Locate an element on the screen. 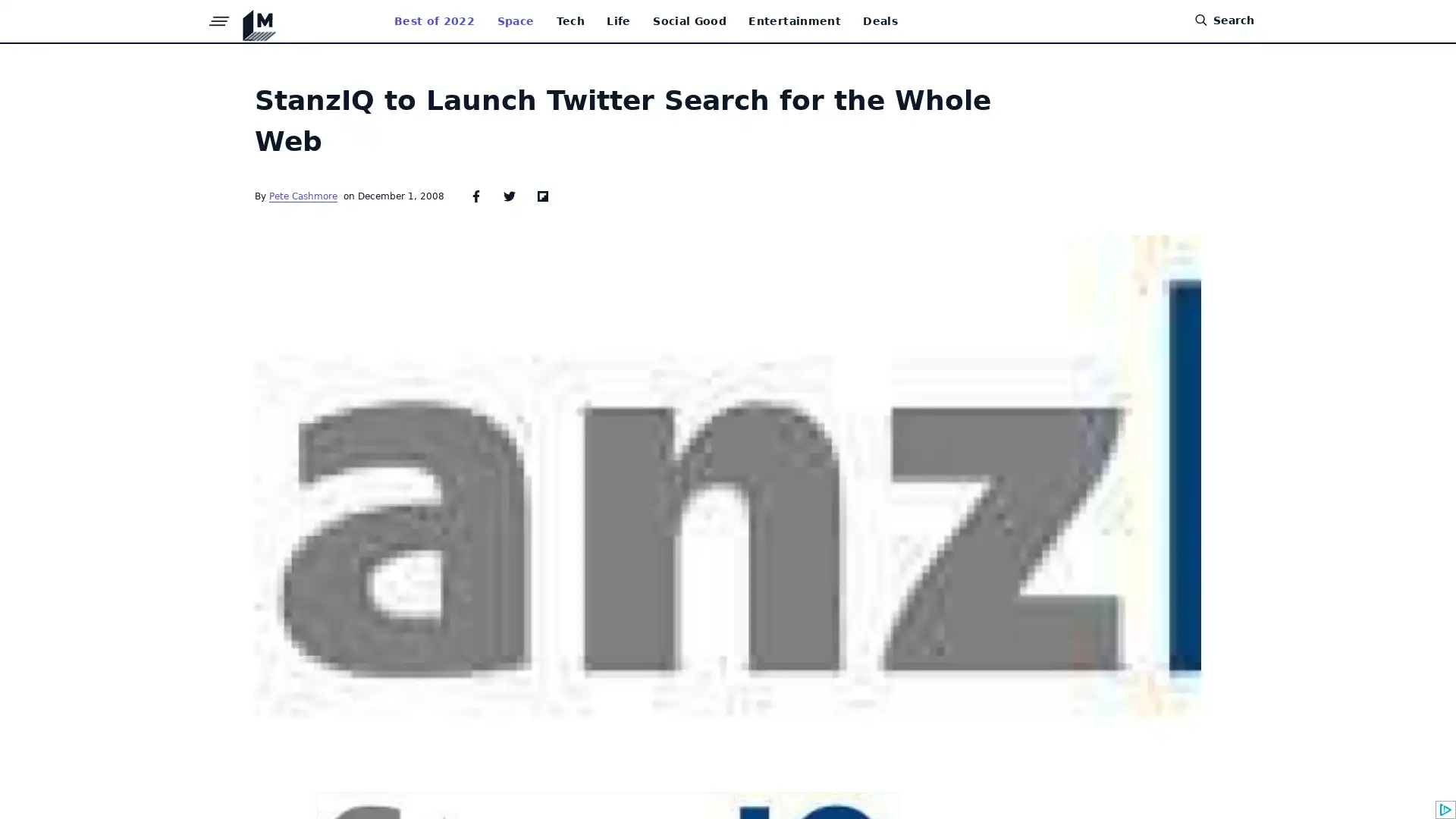 The height and width of the screenshot is (819, 1456). Menu is located at coordinates (218, 20).